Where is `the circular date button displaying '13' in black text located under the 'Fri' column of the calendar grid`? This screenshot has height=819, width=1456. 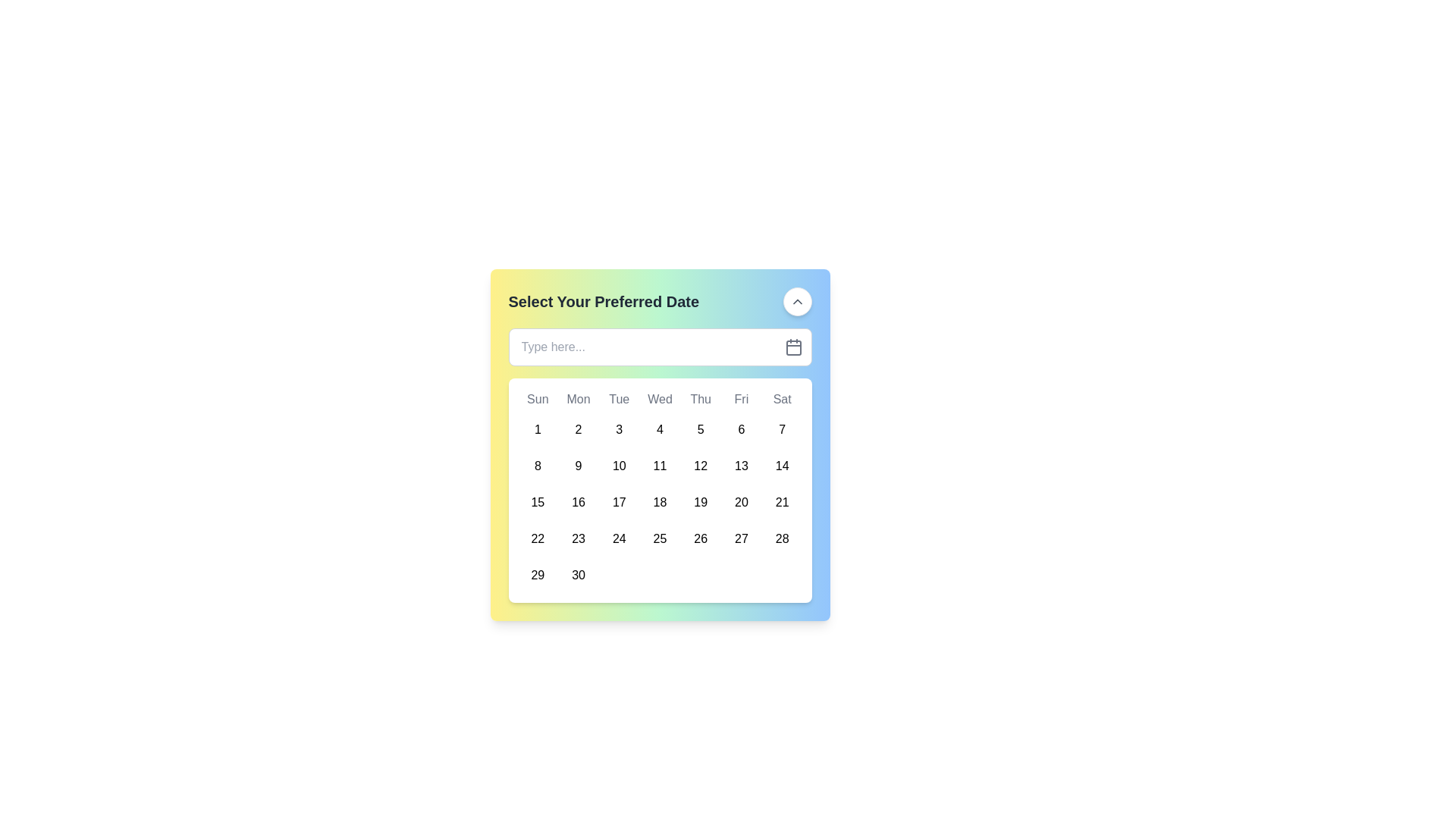
the circular date button displaying '13' in black text located under the 'Fri' column of the calendar grid is located at coordinates (741, 465).